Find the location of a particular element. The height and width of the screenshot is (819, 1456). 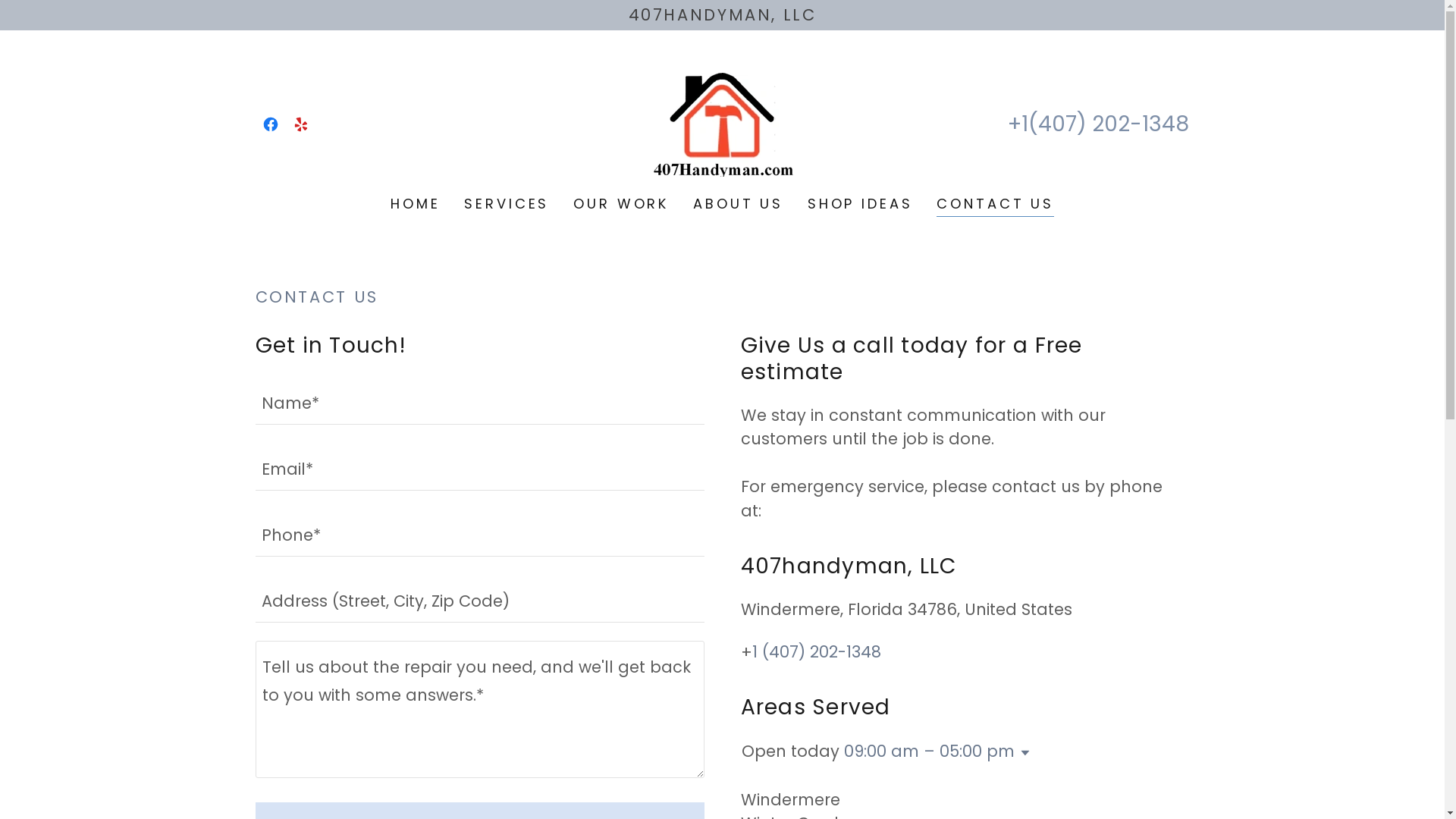

'407HANDYMAN, LLC' is located at coordinates (721, 14).